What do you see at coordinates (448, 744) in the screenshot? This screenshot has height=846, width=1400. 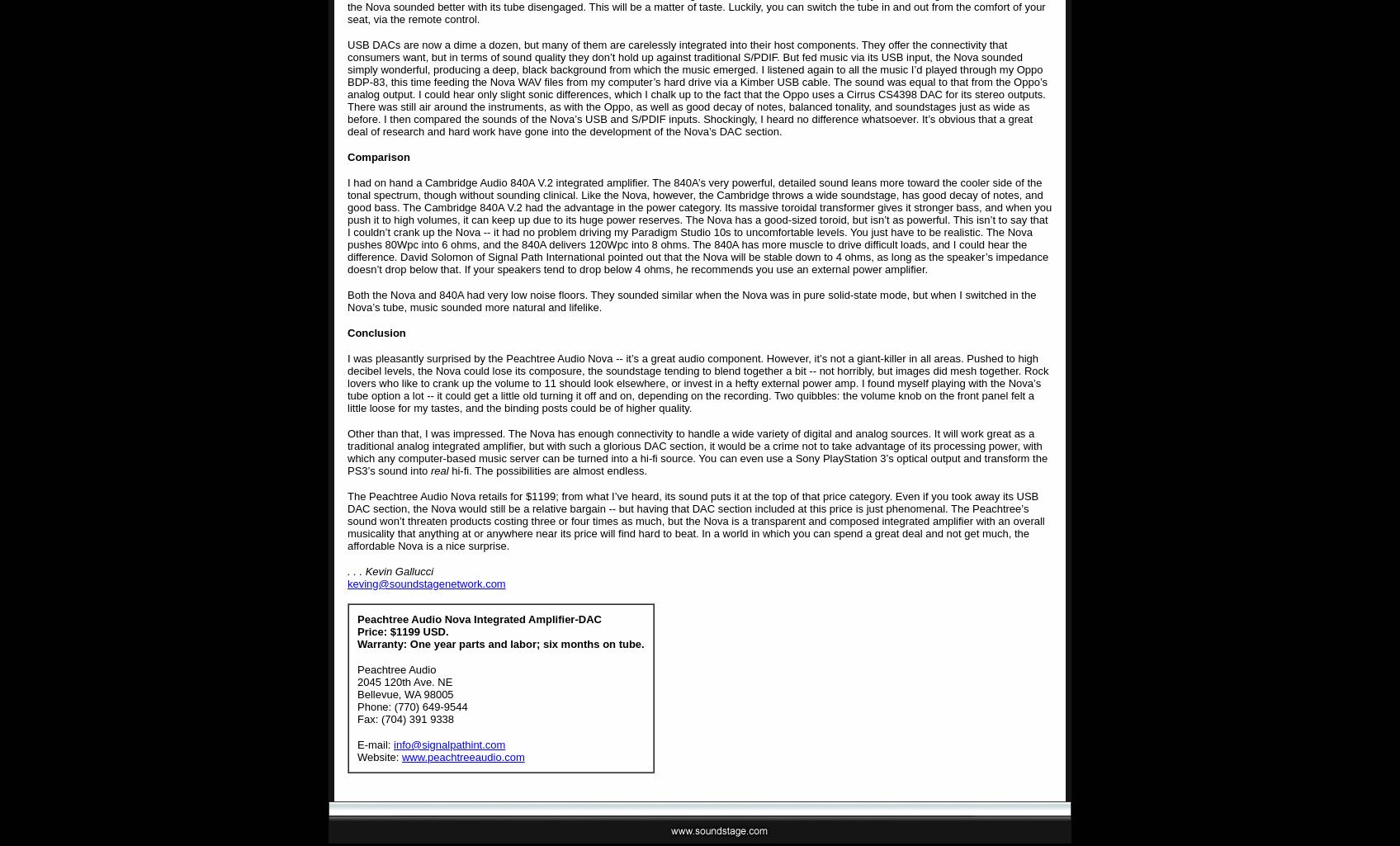 I see `'info@signalpathint.com'` at bounding box center [448, 744].